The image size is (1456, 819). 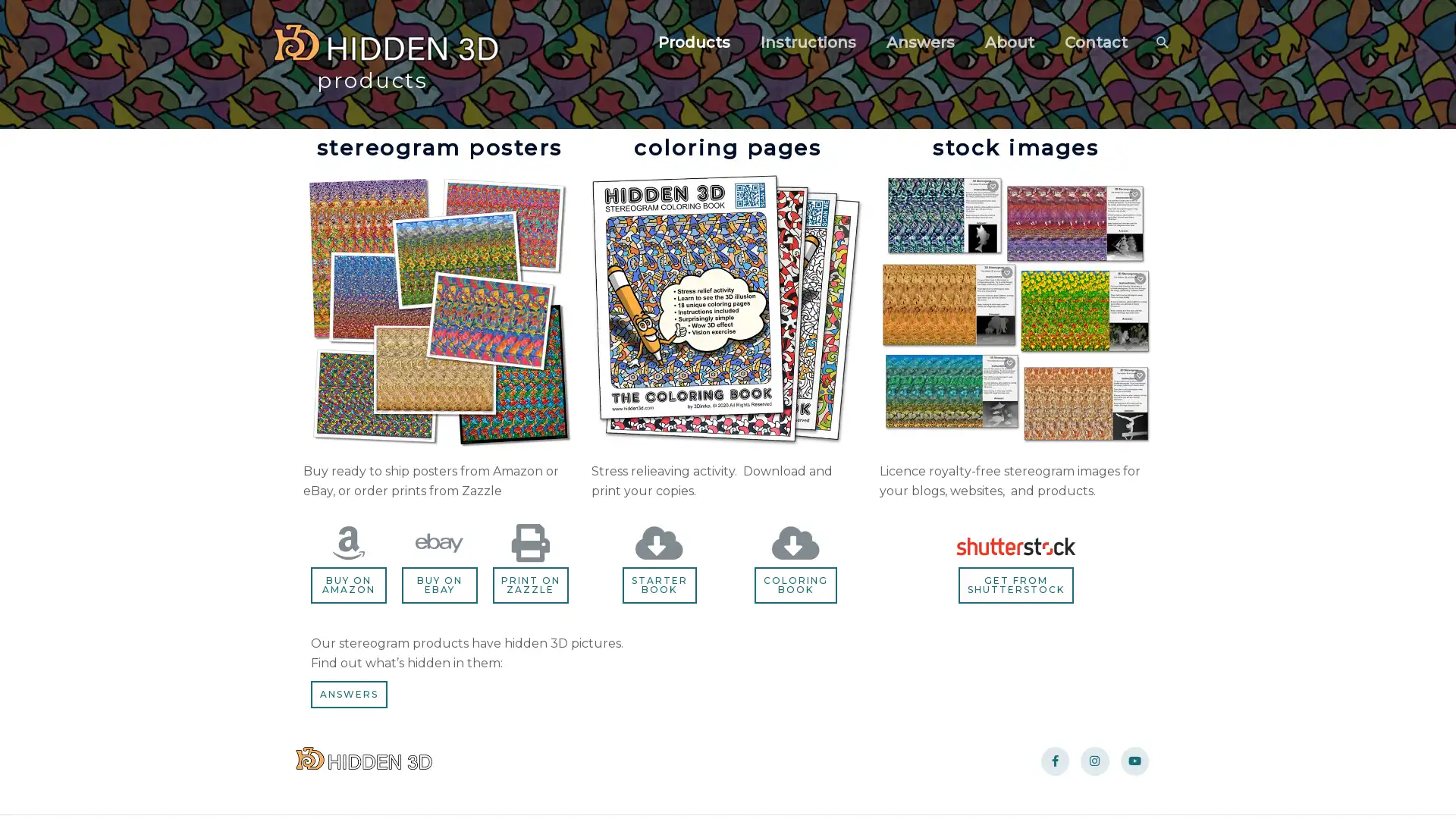 I want to click on ANSWERS, so click(x=348, y=694).